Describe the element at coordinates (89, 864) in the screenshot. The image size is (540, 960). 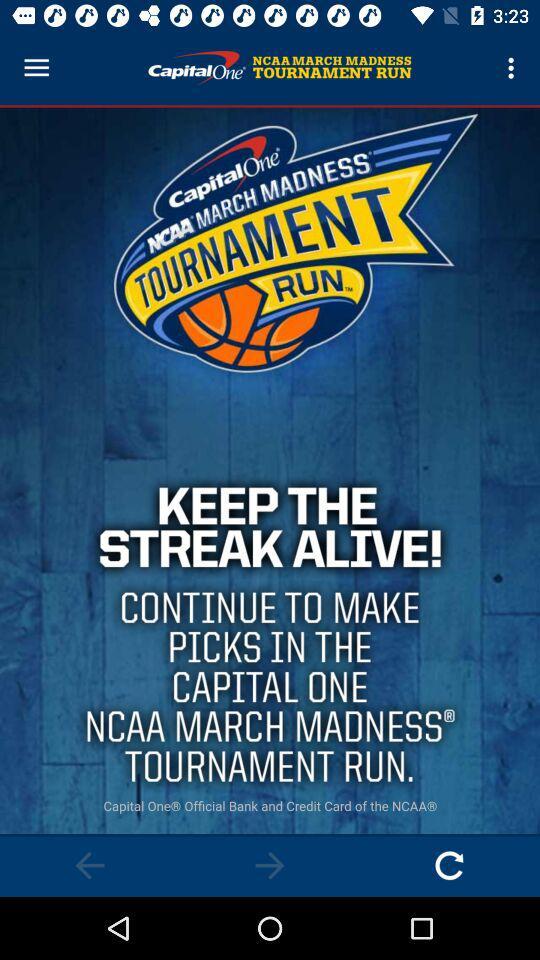
I see `the arrow_backward icon` at that location.